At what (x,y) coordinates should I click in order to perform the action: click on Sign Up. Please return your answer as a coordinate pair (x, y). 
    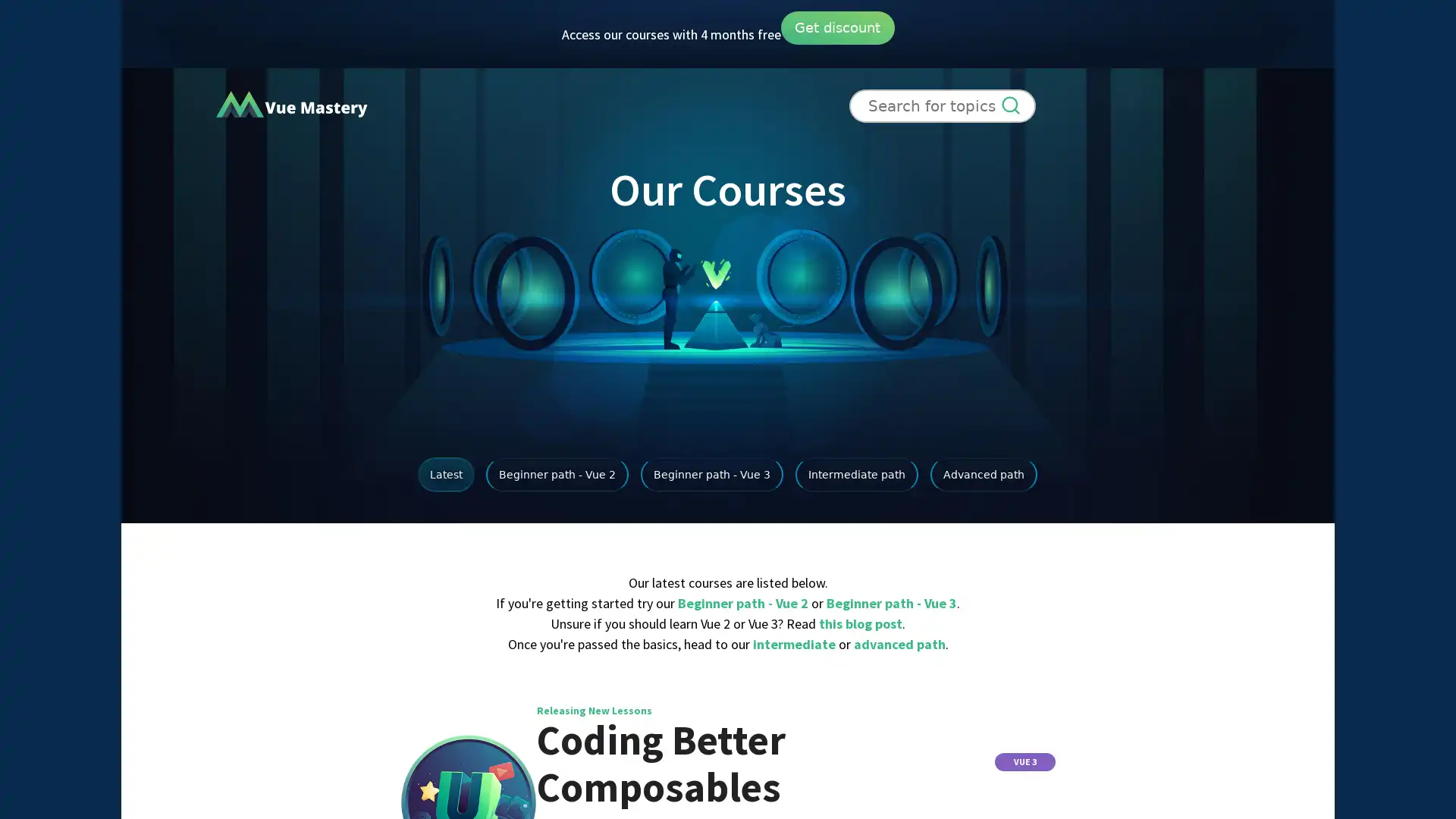
    Looking at the image, I should click on (1095, 105).